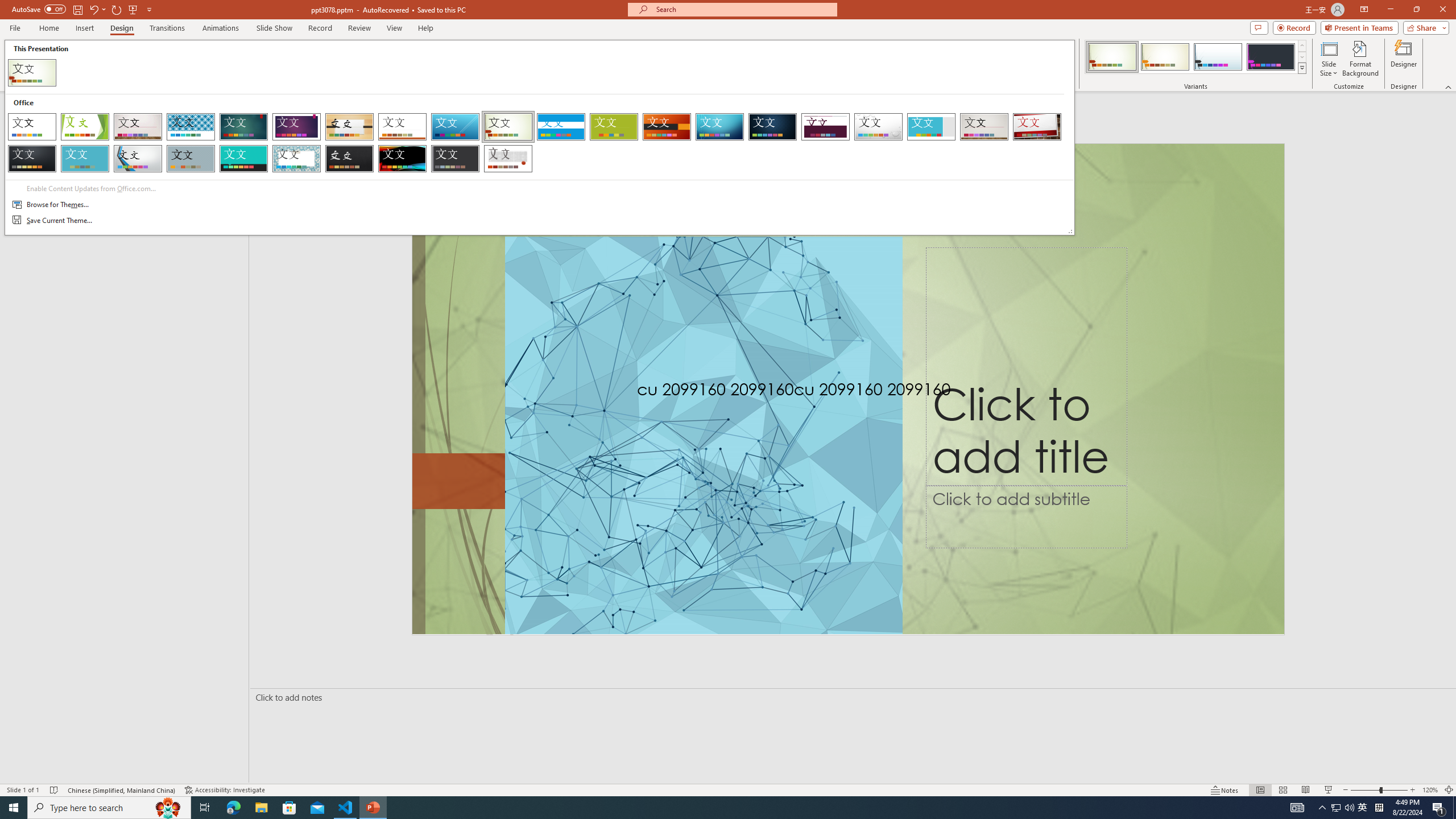 The width and height of the screenshot is (1456, 819). I want to click on 'Show desktop', so click(1454, 806).